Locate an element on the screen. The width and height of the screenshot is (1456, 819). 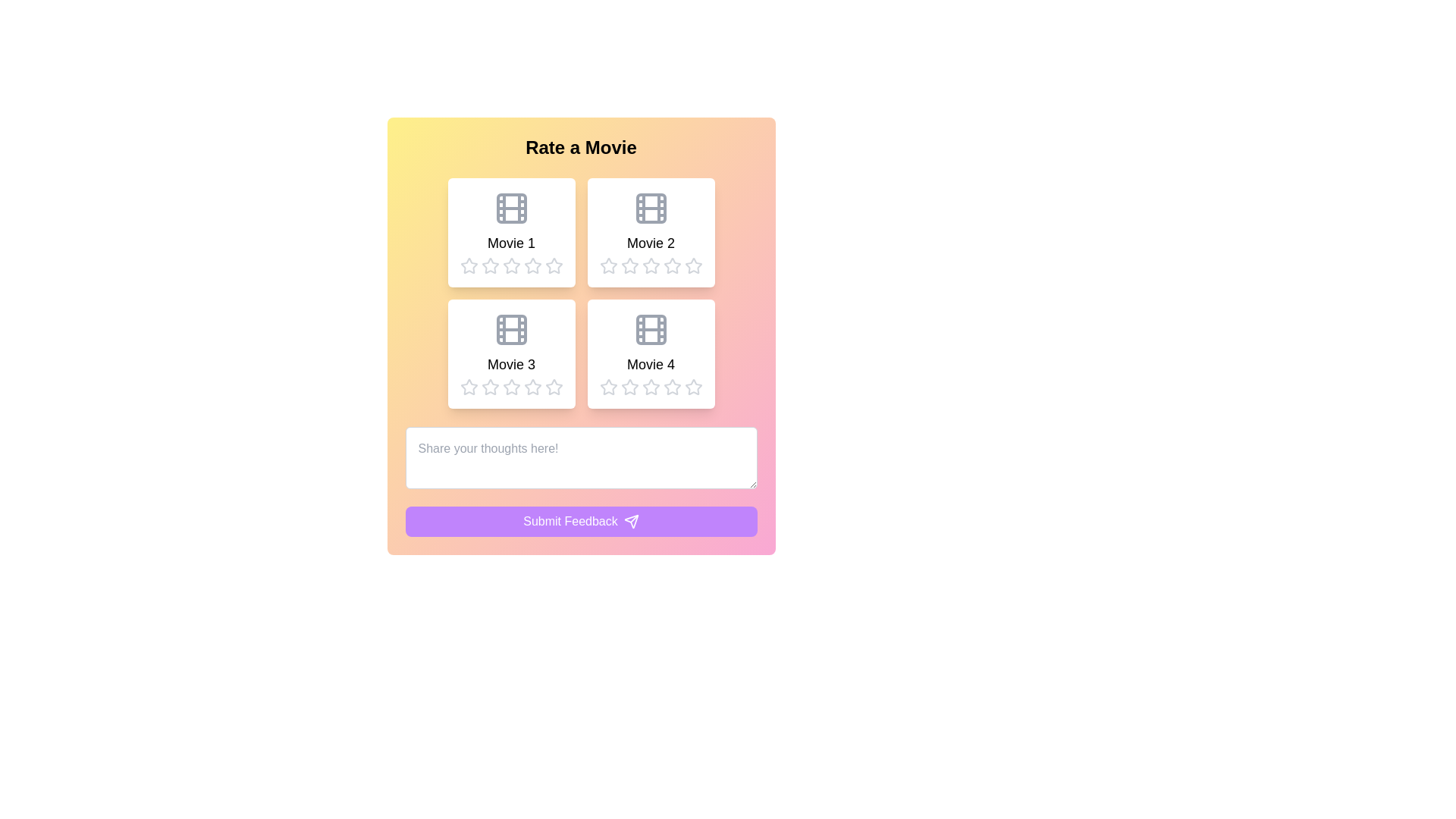
the second star in the 5-star rating component under the 'Movie 1' section is located at coordinates (553, 265).